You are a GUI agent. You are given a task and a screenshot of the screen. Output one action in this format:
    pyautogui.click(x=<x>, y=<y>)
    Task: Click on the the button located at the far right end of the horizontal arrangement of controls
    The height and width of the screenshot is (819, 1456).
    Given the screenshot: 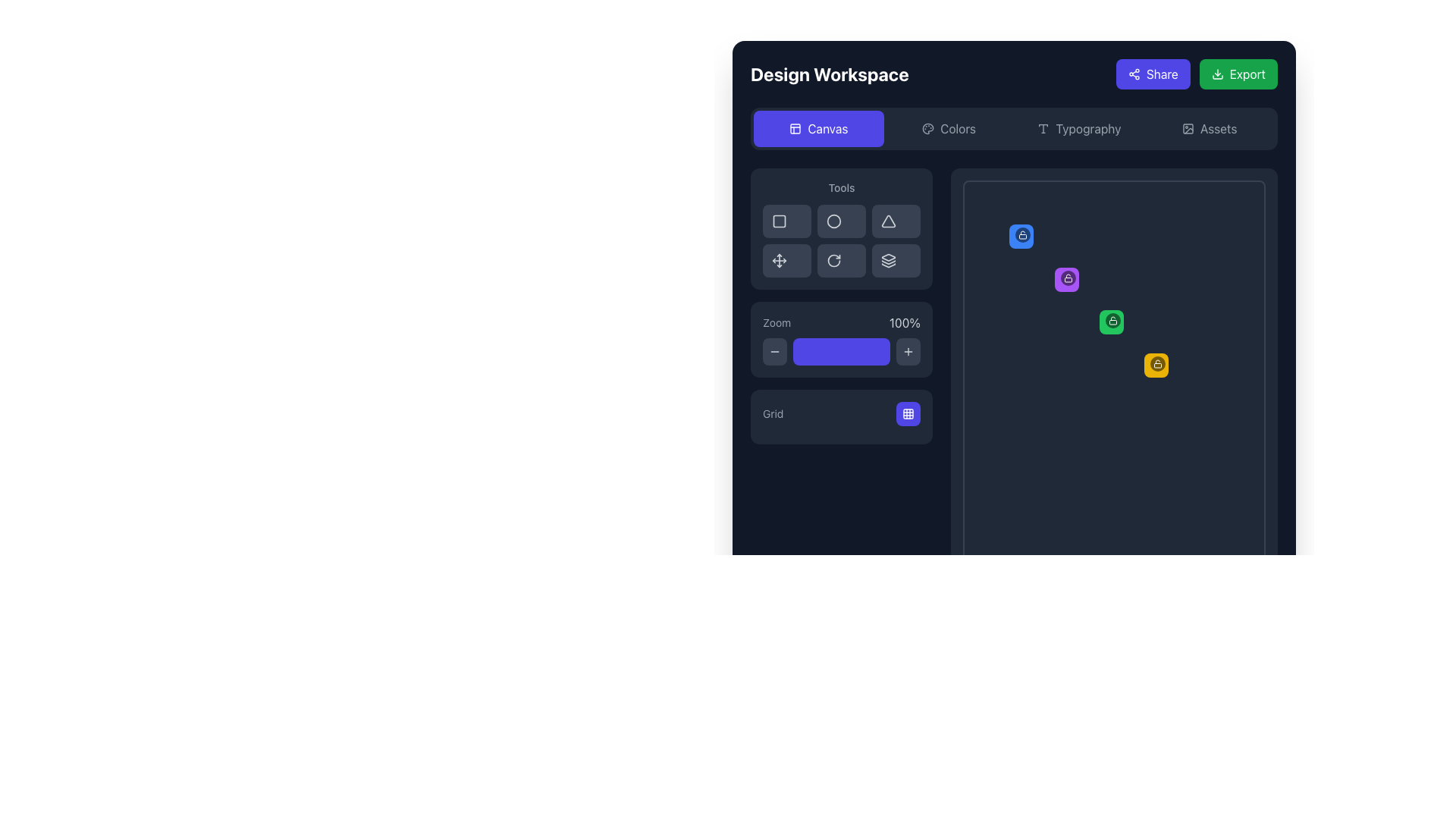 What is the action you would take?
    pyautogui.click(x=908, y=351)
    